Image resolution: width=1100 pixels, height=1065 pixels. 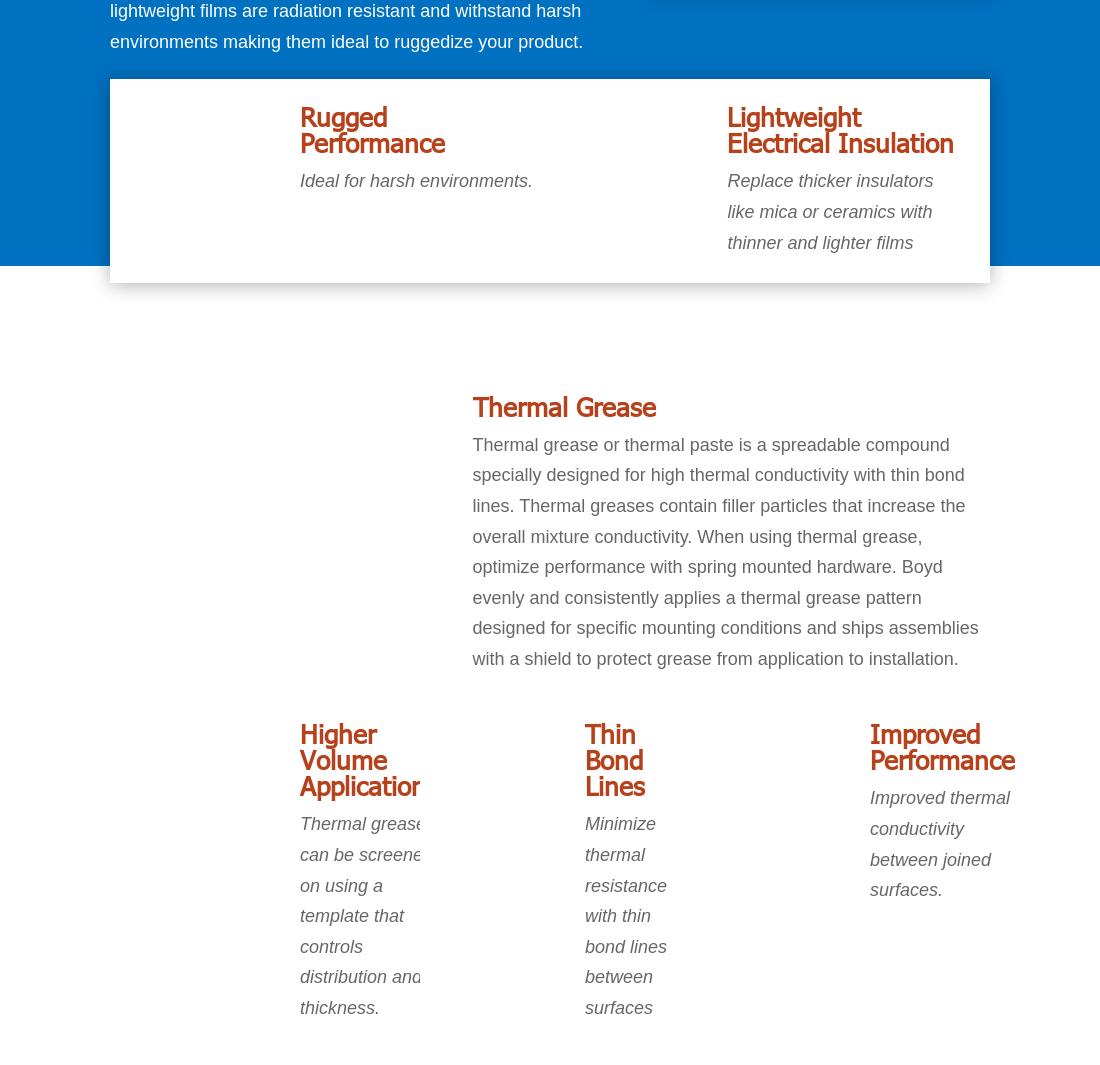 I want to click on 'Thin Bond Lines', so click(x=613, y=759).